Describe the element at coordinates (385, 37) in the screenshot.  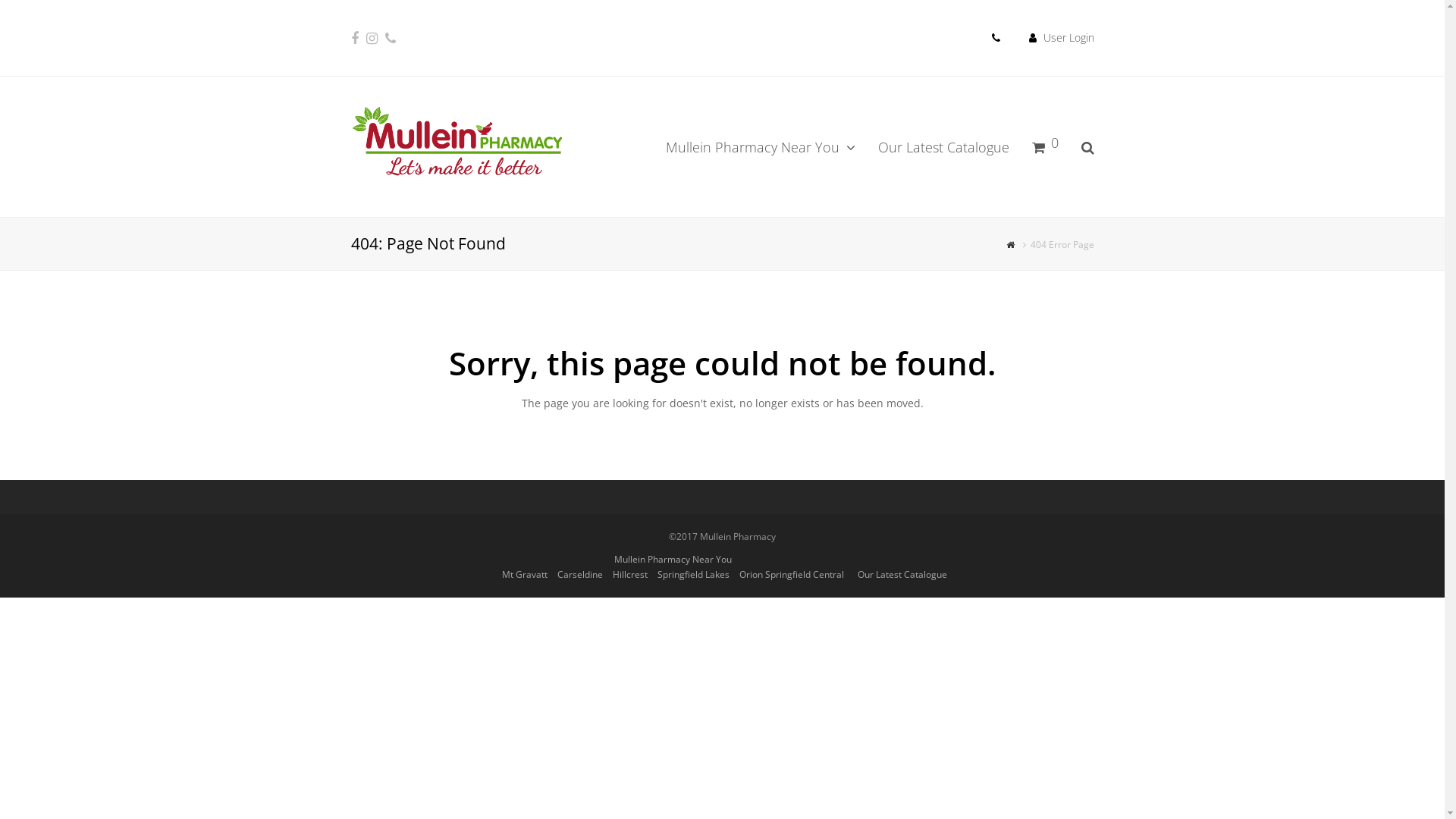
I see `'Phone'` at that location.